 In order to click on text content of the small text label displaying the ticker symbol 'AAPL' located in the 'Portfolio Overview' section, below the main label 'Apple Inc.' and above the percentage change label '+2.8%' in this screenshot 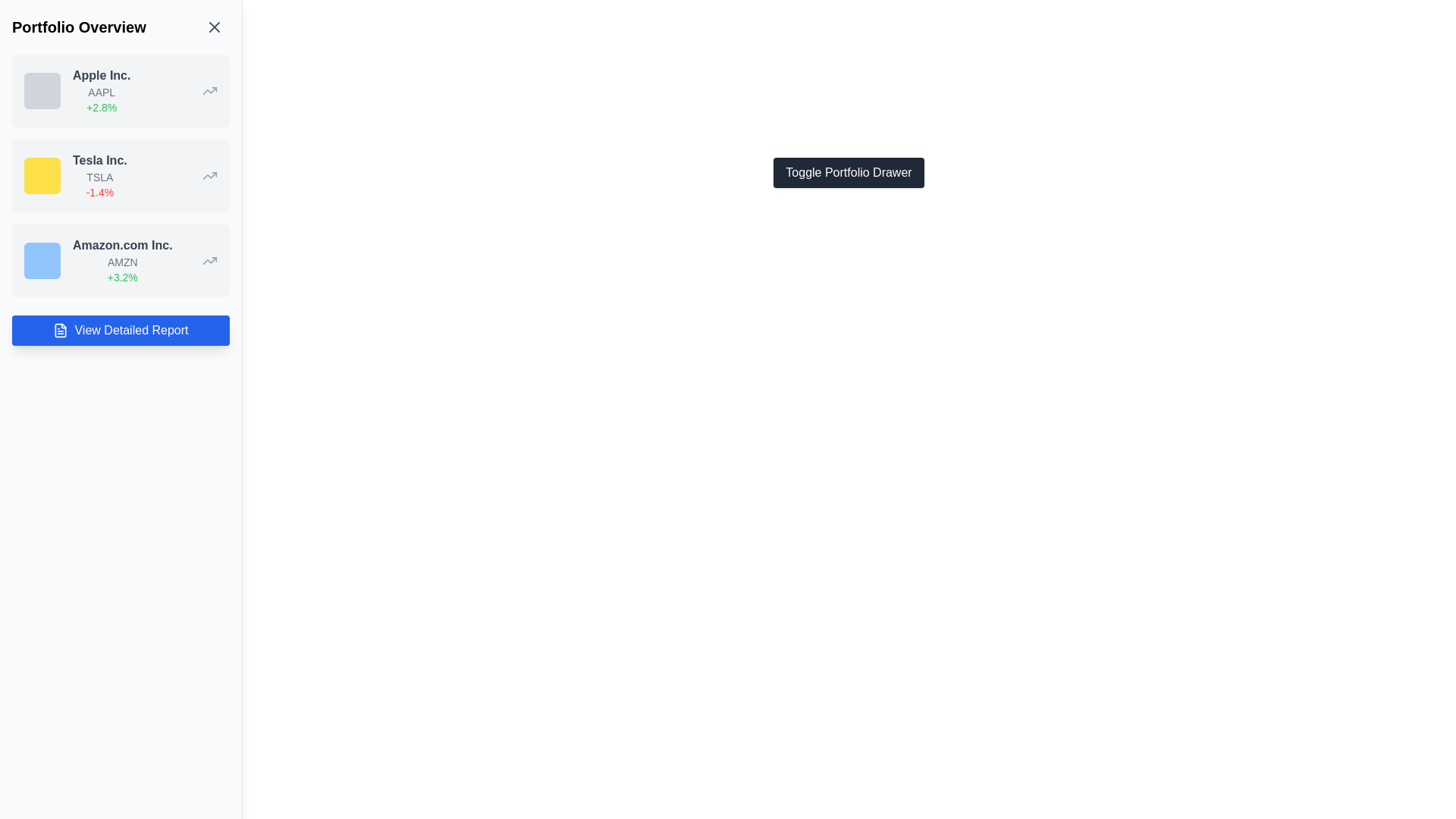, I will do `click(101, 93)`.